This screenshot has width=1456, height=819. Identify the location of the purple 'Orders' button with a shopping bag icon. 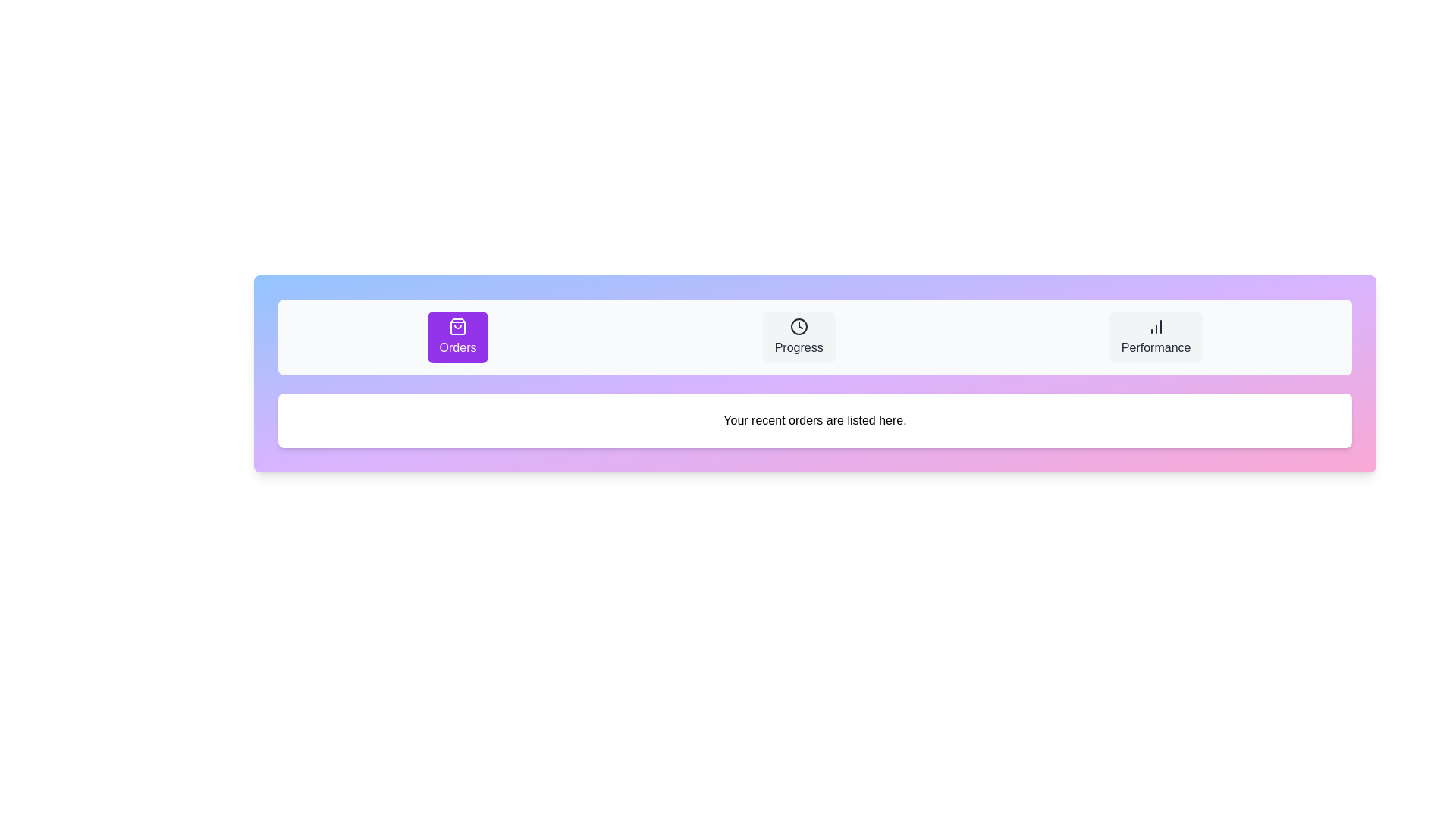
(457, 336).